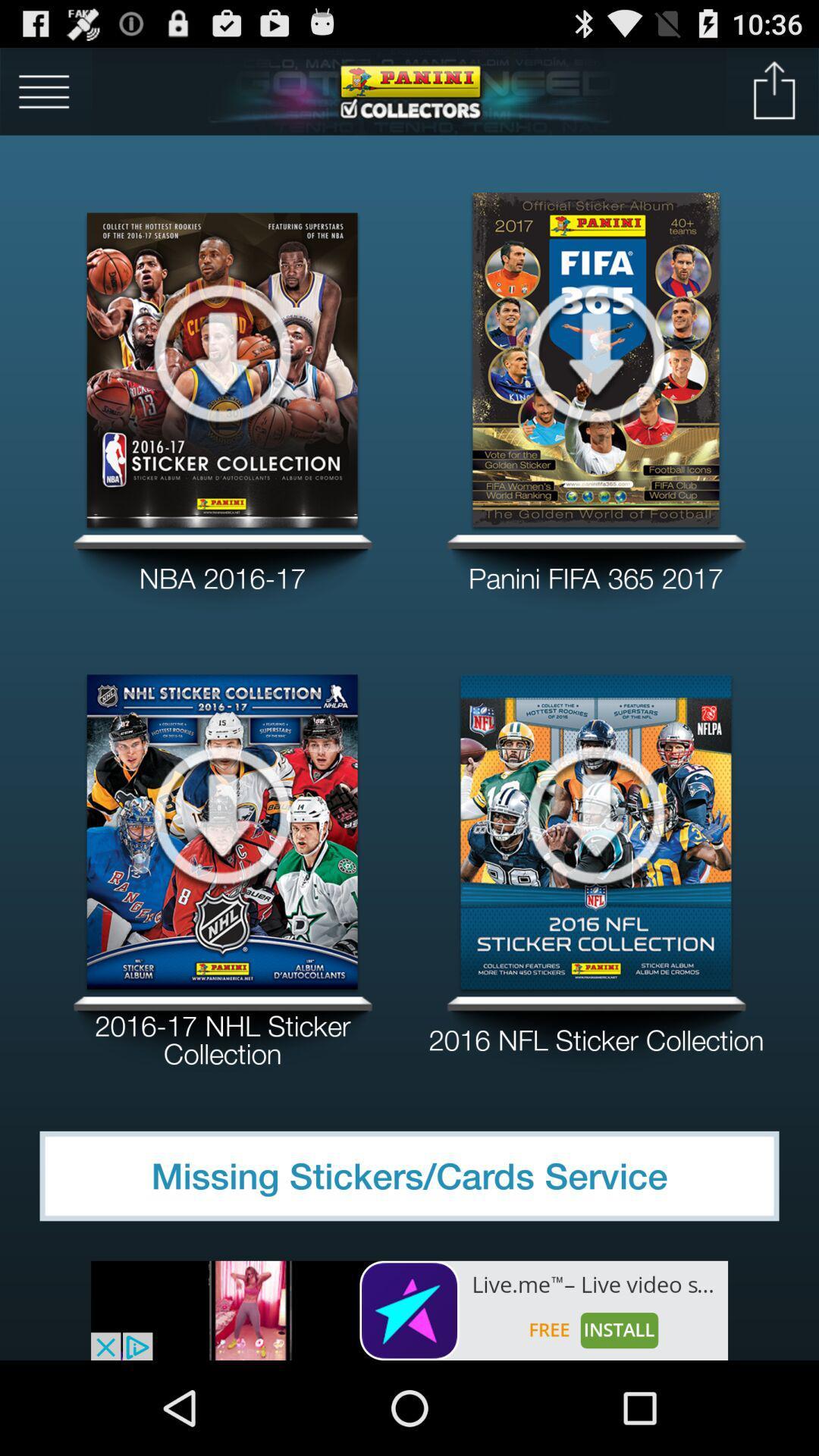  I want to click on the launch icon, so click(774, 96).